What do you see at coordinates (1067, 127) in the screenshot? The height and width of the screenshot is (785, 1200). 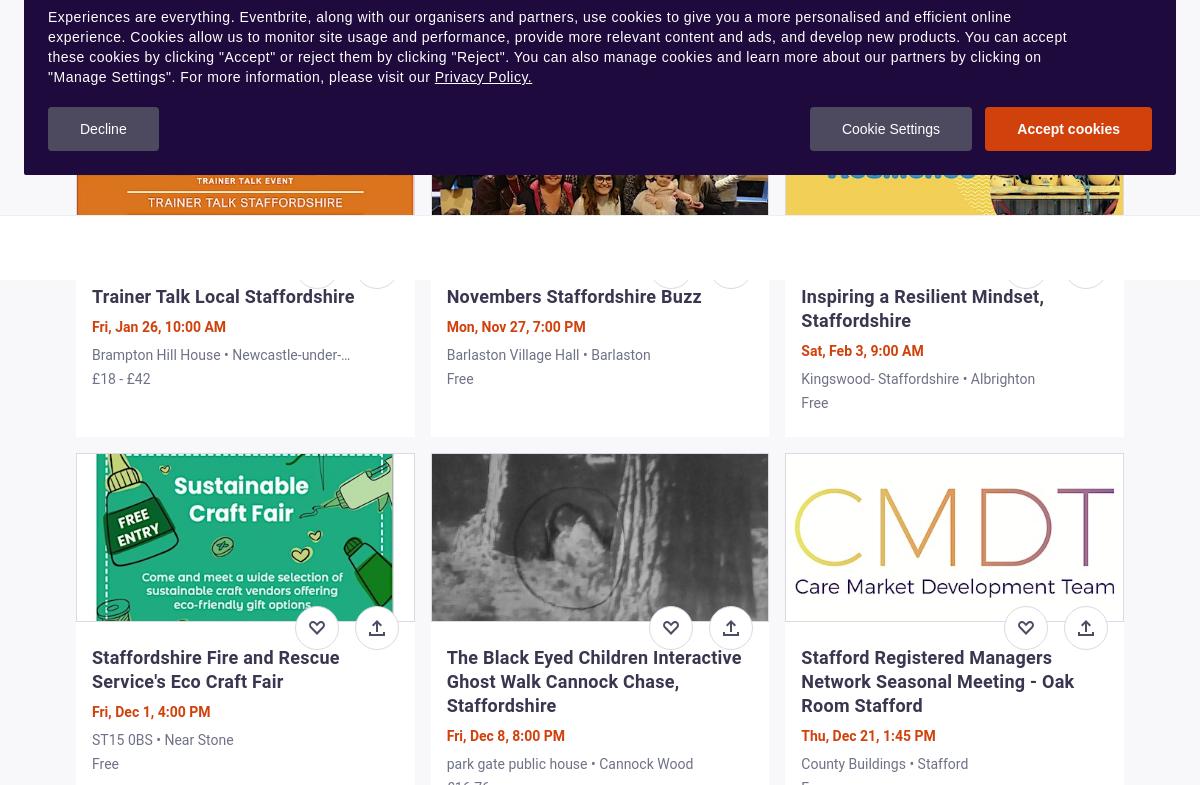 I see `'Accept cookies'` at bounding box center [1067, 127].